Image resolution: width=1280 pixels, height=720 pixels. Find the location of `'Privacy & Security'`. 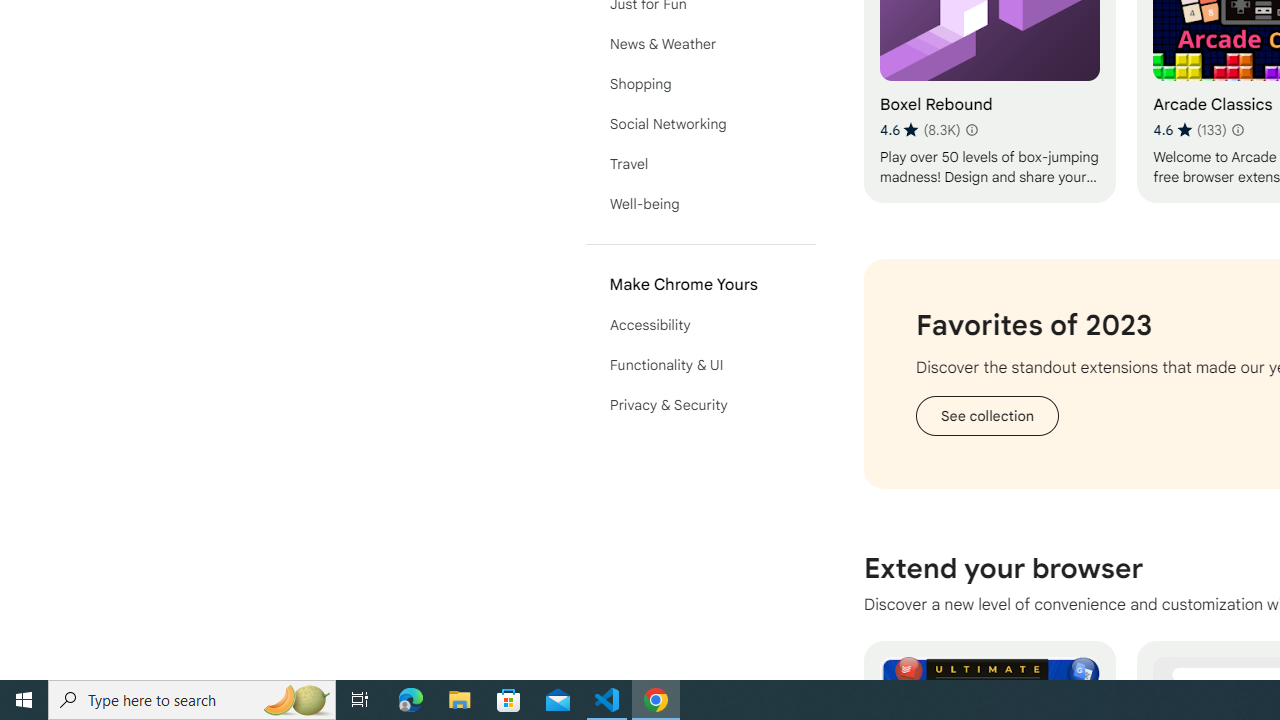

'Privacy & Security' is located at coordinates (700, 405).